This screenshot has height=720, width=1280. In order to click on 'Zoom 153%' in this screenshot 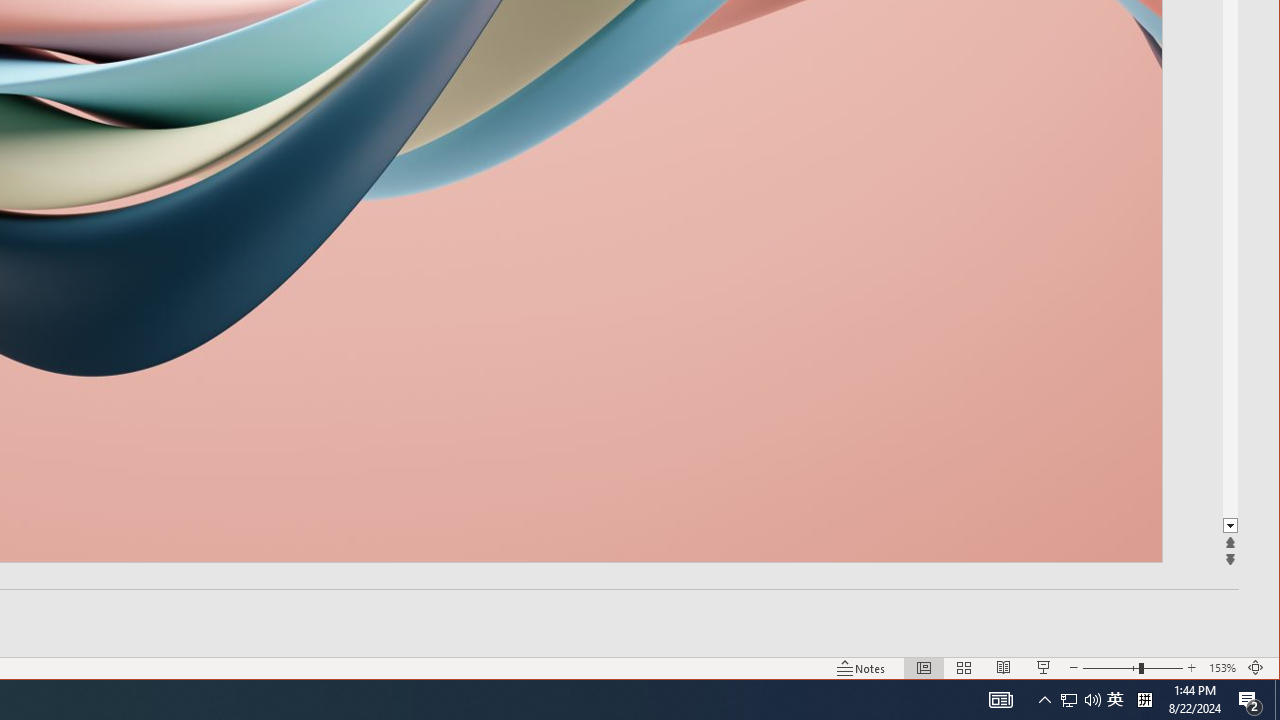, I will do `click(1221, 668)`.